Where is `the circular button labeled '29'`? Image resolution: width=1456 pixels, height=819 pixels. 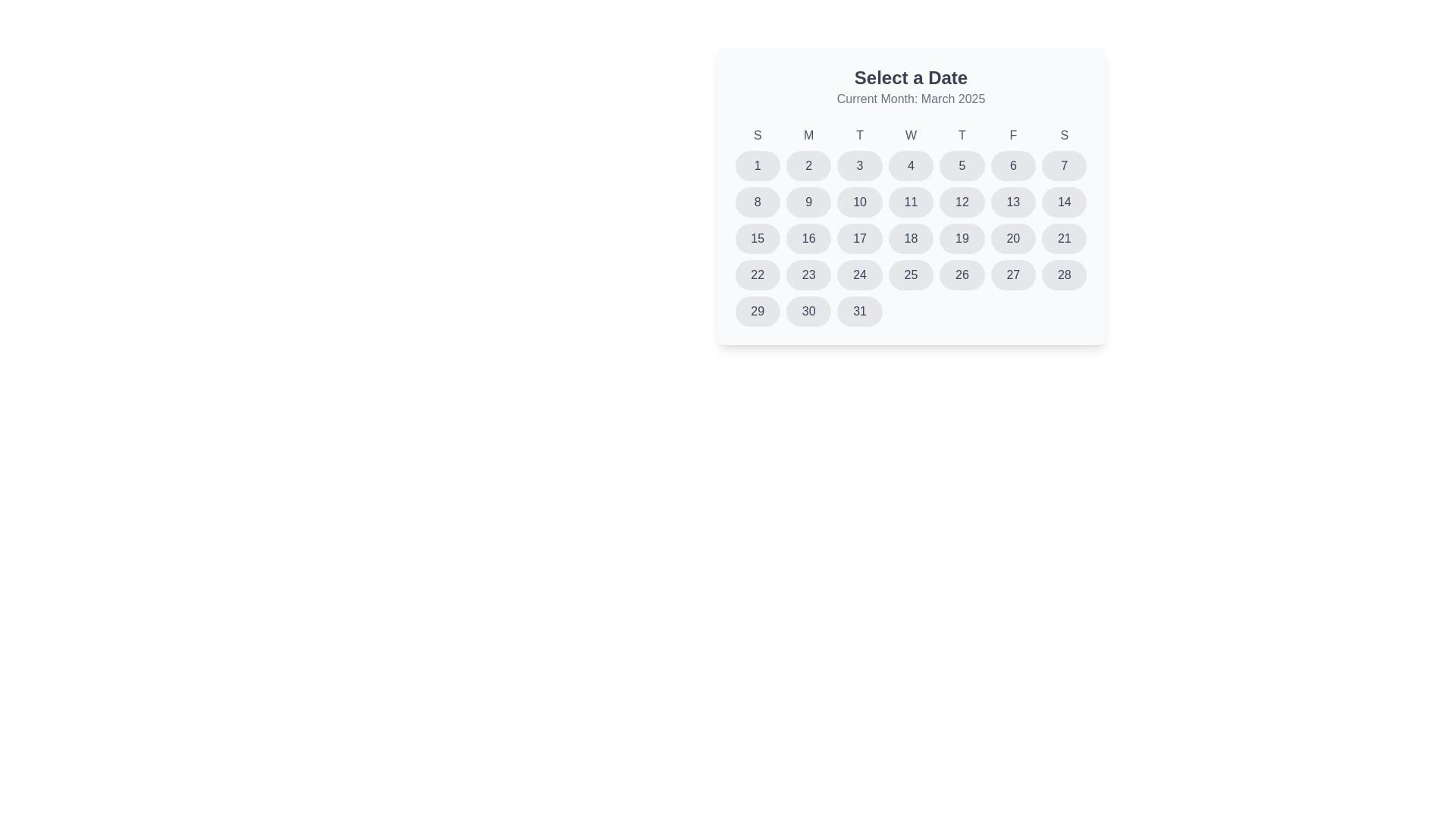
the circular button labeled '29' is located at coordinates (757, 311).